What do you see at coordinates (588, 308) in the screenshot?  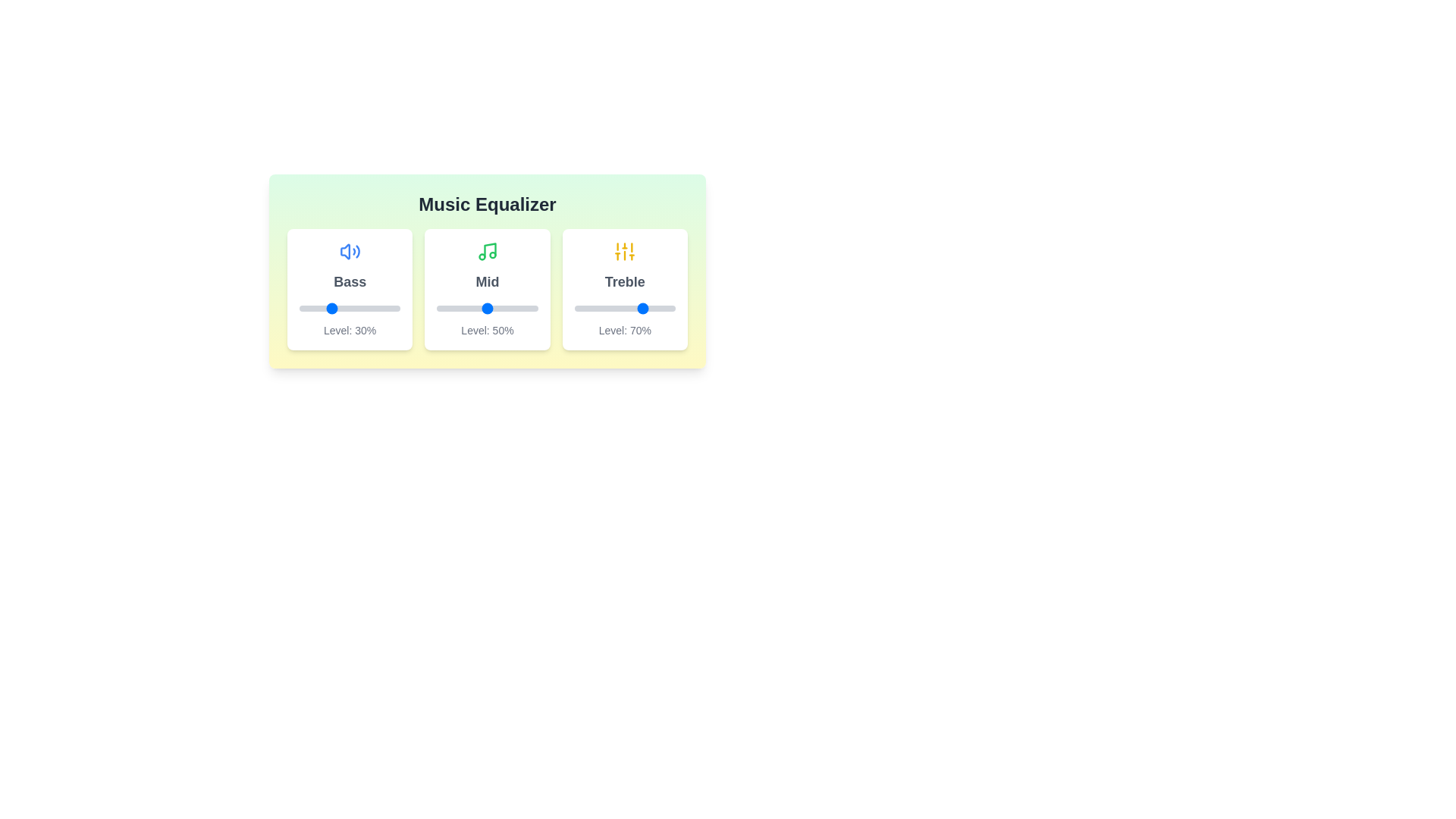 I see `the Treble slider to set its value to 14` at bounding box center [588, 308].